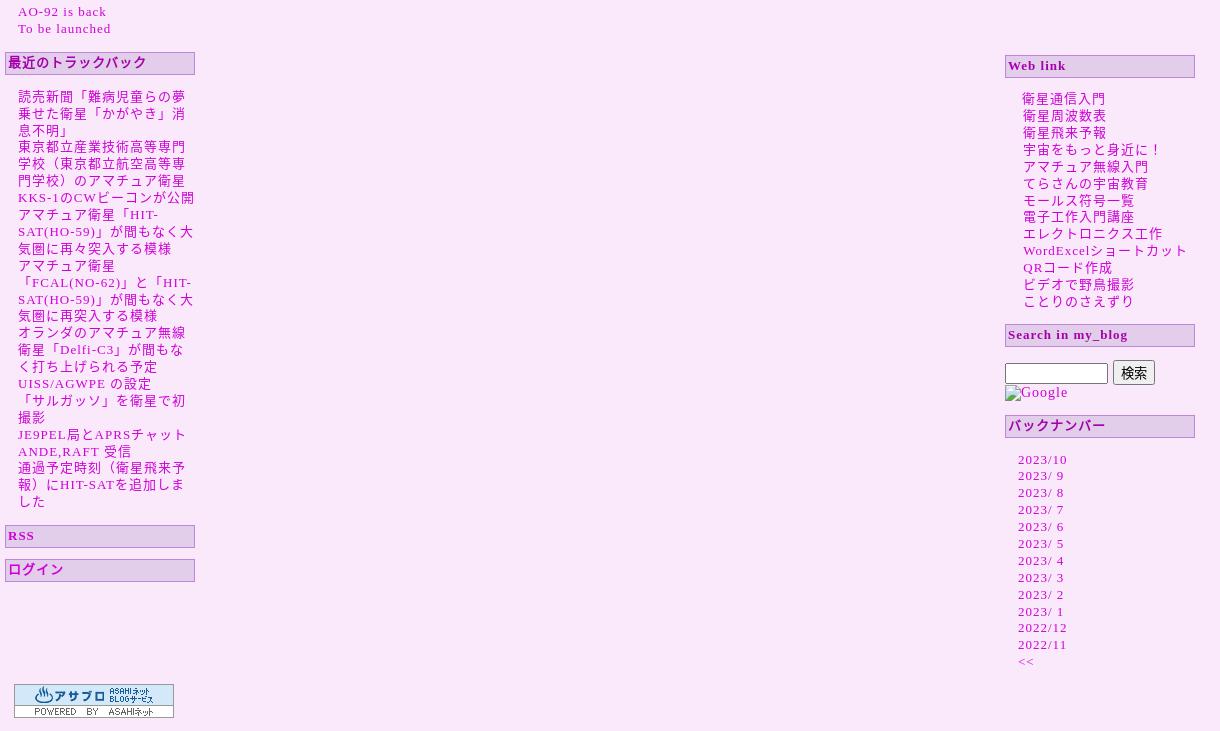  I want to click on 'RSS', so click(20, 534).